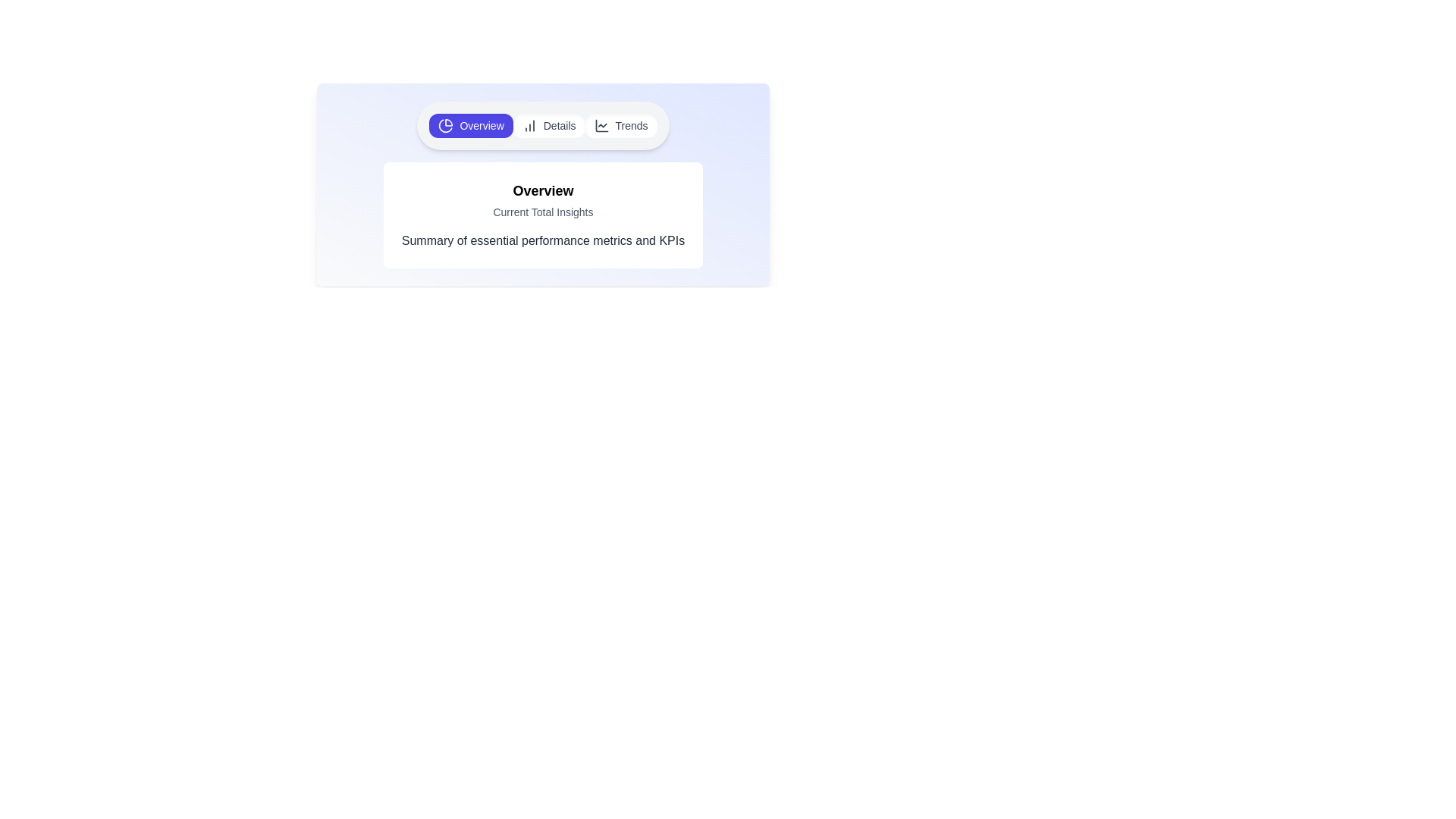  Describe the element at coordinates (548, 124) in the screenshot. I see `the Details tab to view its content` at that location.